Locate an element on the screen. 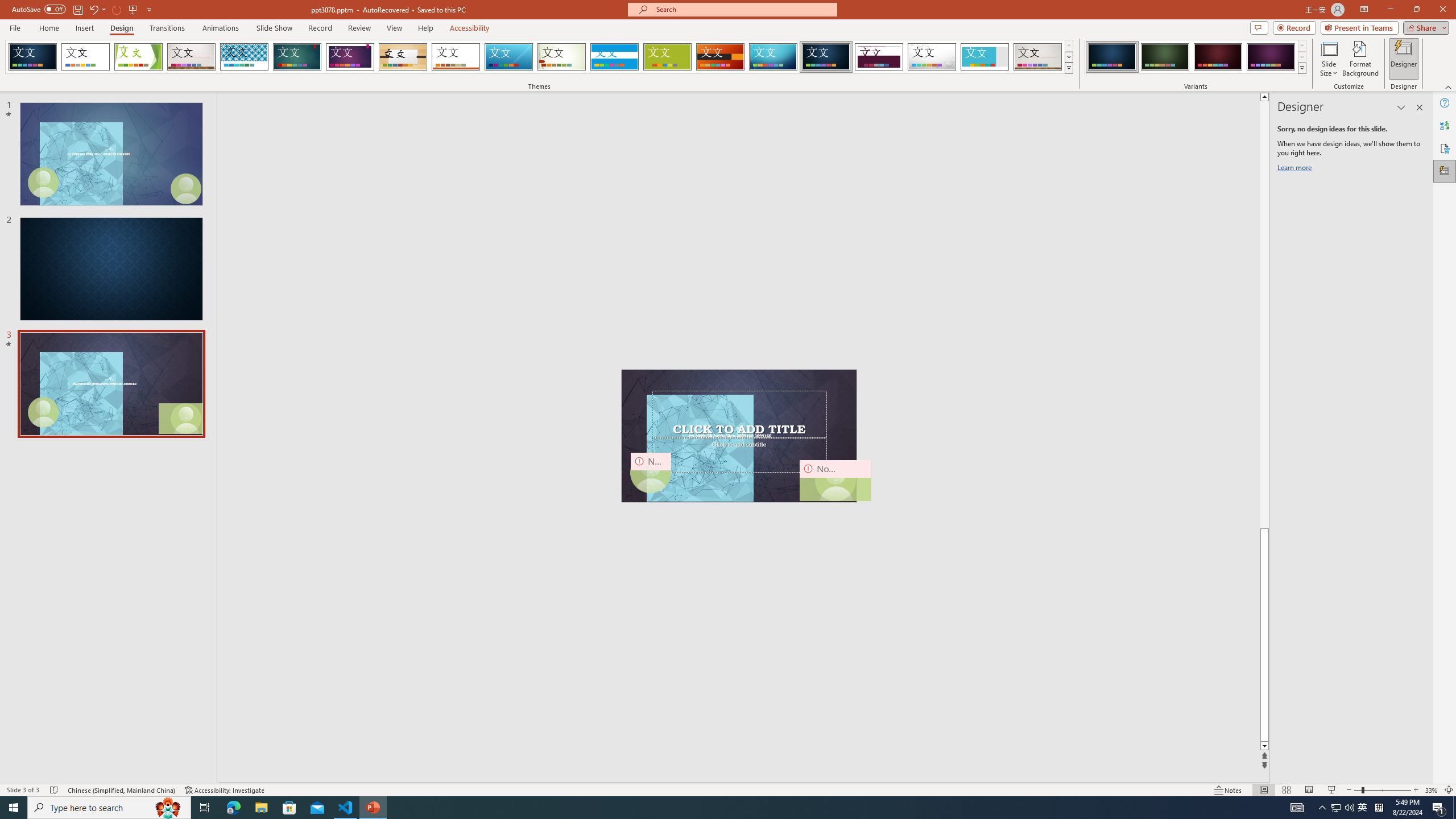  'Dividend' is located at coordinates (879, 56).